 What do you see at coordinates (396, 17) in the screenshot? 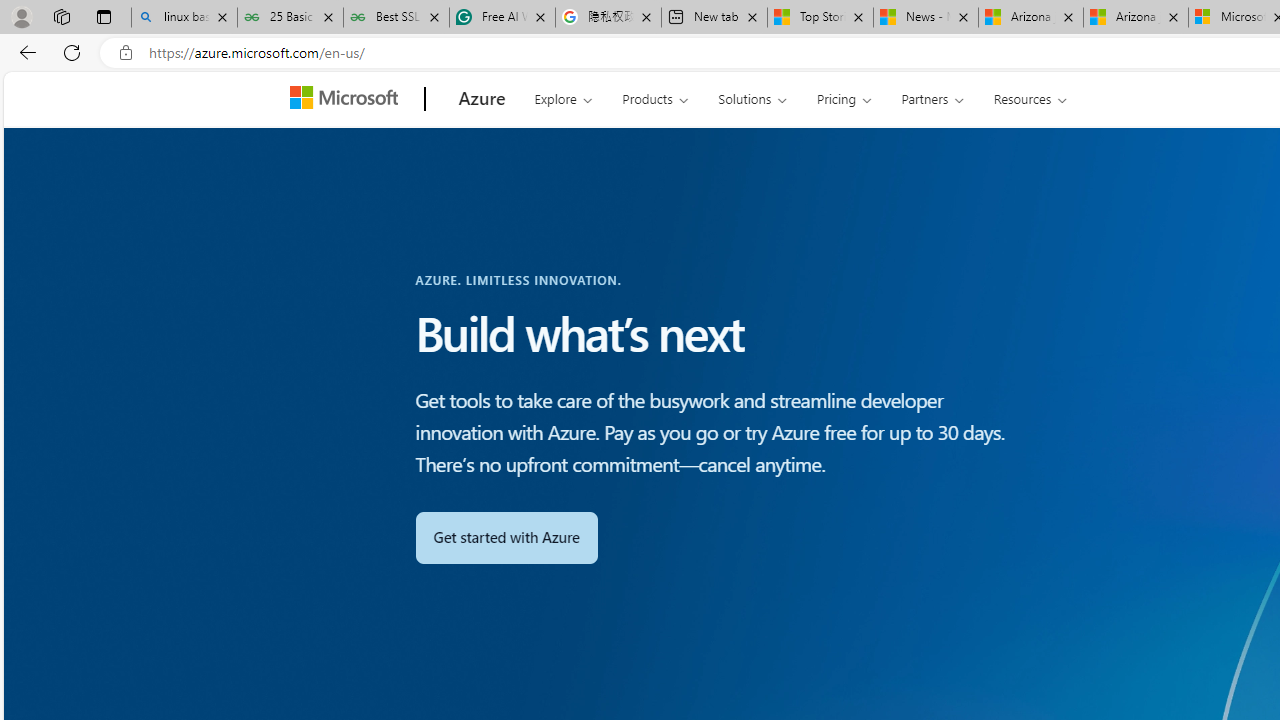
I see `'Best SSL Certificates Provider in India - GeeksforGeeks'` at bounding box center [396, 17].